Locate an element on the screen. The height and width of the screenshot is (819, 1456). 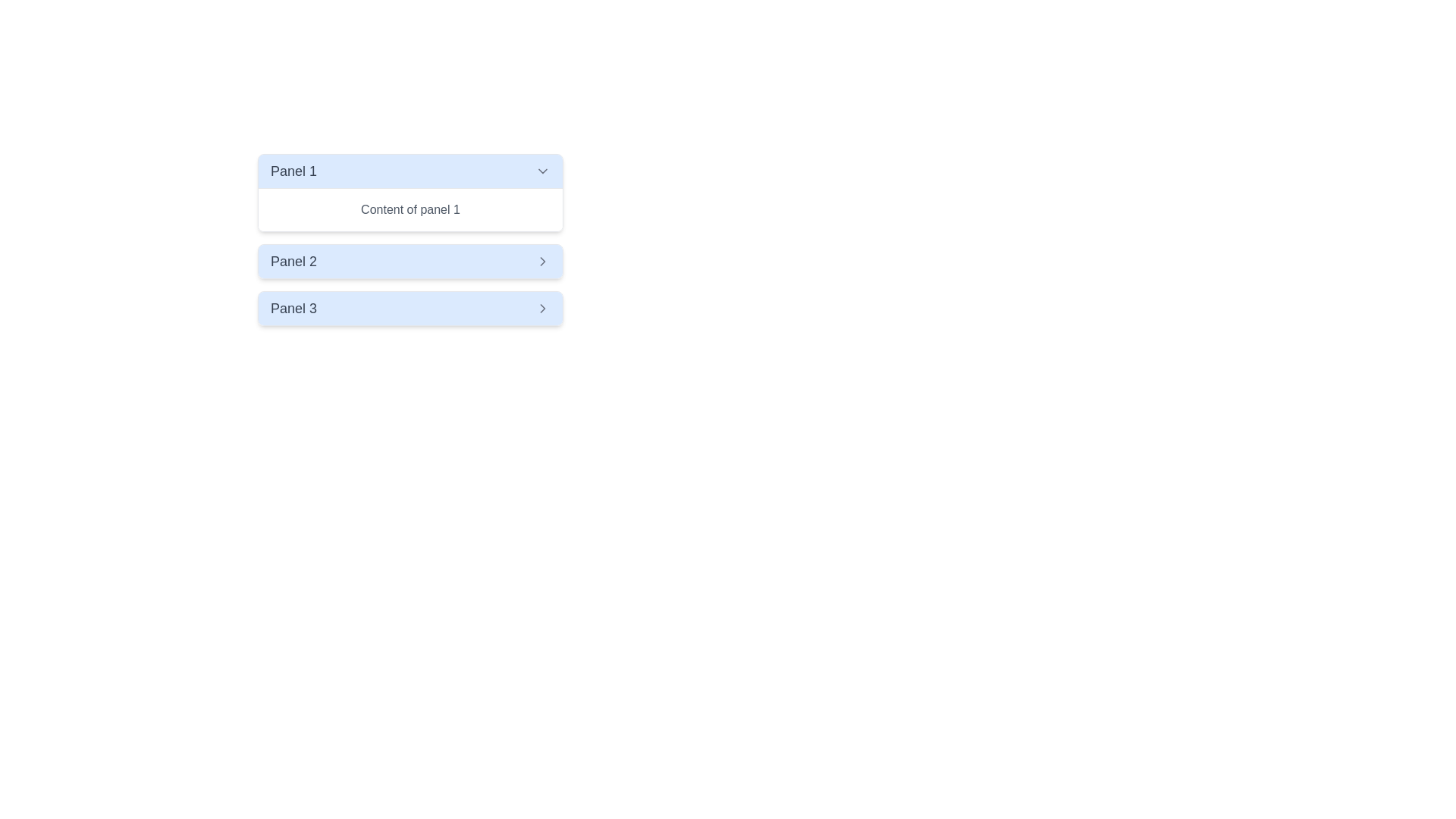
the icon located at the far right side of 'Panel 2' is located at coordinates (542, 260).